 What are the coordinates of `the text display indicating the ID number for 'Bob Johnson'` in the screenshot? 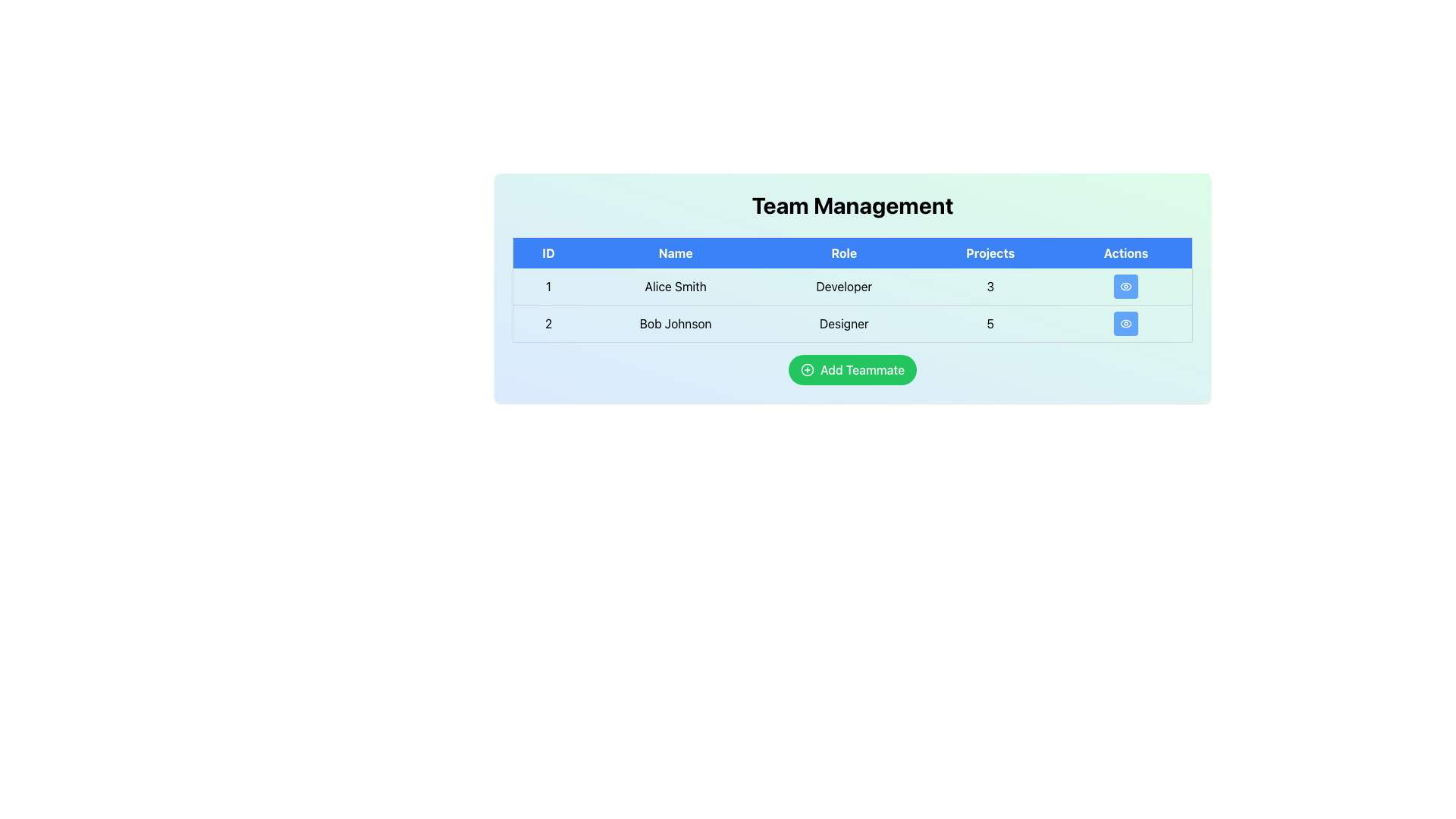 It's located at (548, 323).